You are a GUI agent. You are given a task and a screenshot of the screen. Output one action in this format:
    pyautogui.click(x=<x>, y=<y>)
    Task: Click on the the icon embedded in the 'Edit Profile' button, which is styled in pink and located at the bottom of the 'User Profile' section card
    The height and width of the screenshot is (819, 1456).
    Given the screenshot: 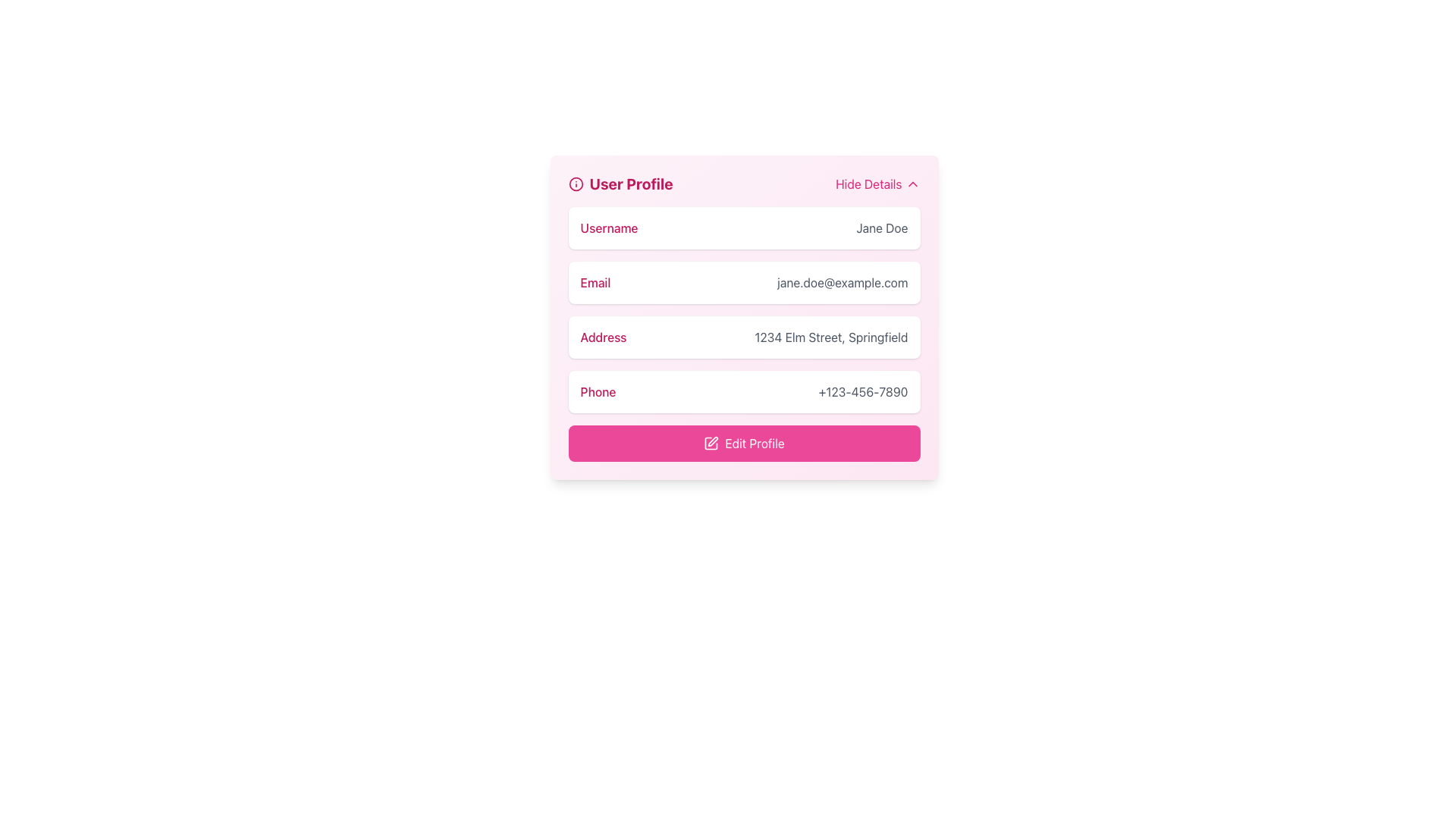 What is the action you would take?
    pyautogui.click(x=711, y=444)
    